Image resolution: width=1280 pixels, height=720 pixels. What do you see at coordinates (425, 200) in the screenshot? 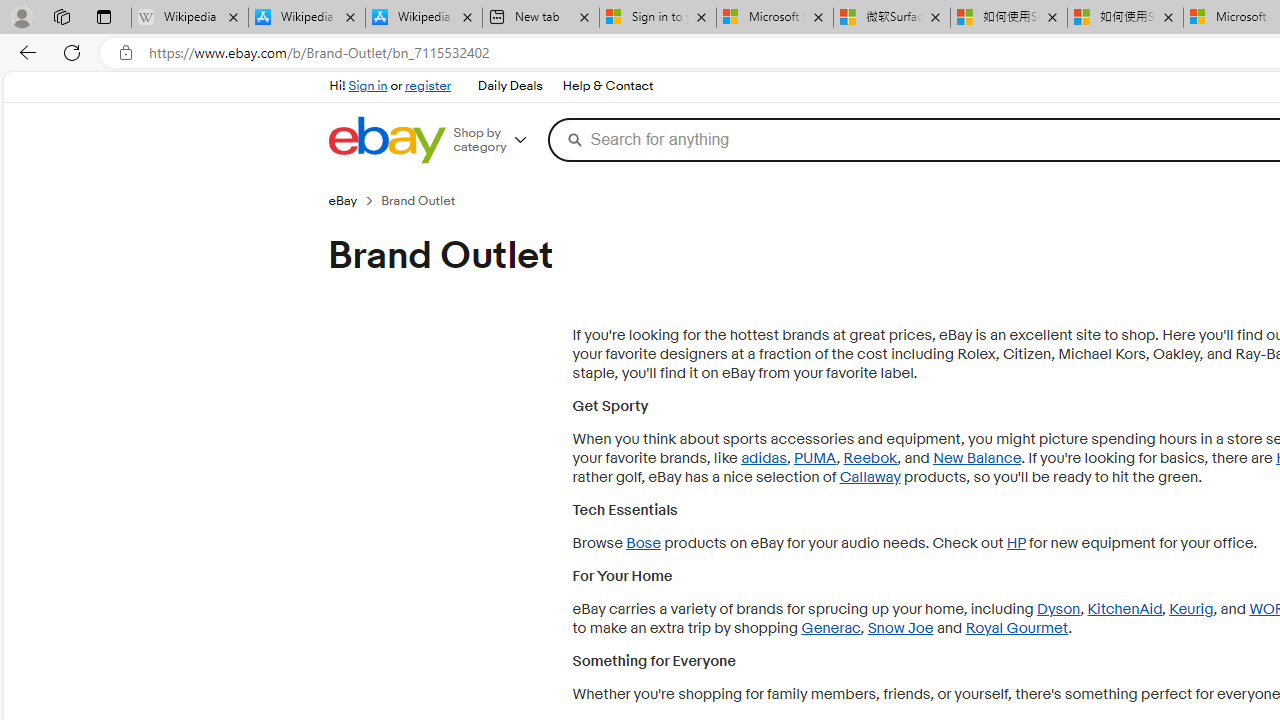
I see `'Brand Outlet'` at bounding box center [425, 200].